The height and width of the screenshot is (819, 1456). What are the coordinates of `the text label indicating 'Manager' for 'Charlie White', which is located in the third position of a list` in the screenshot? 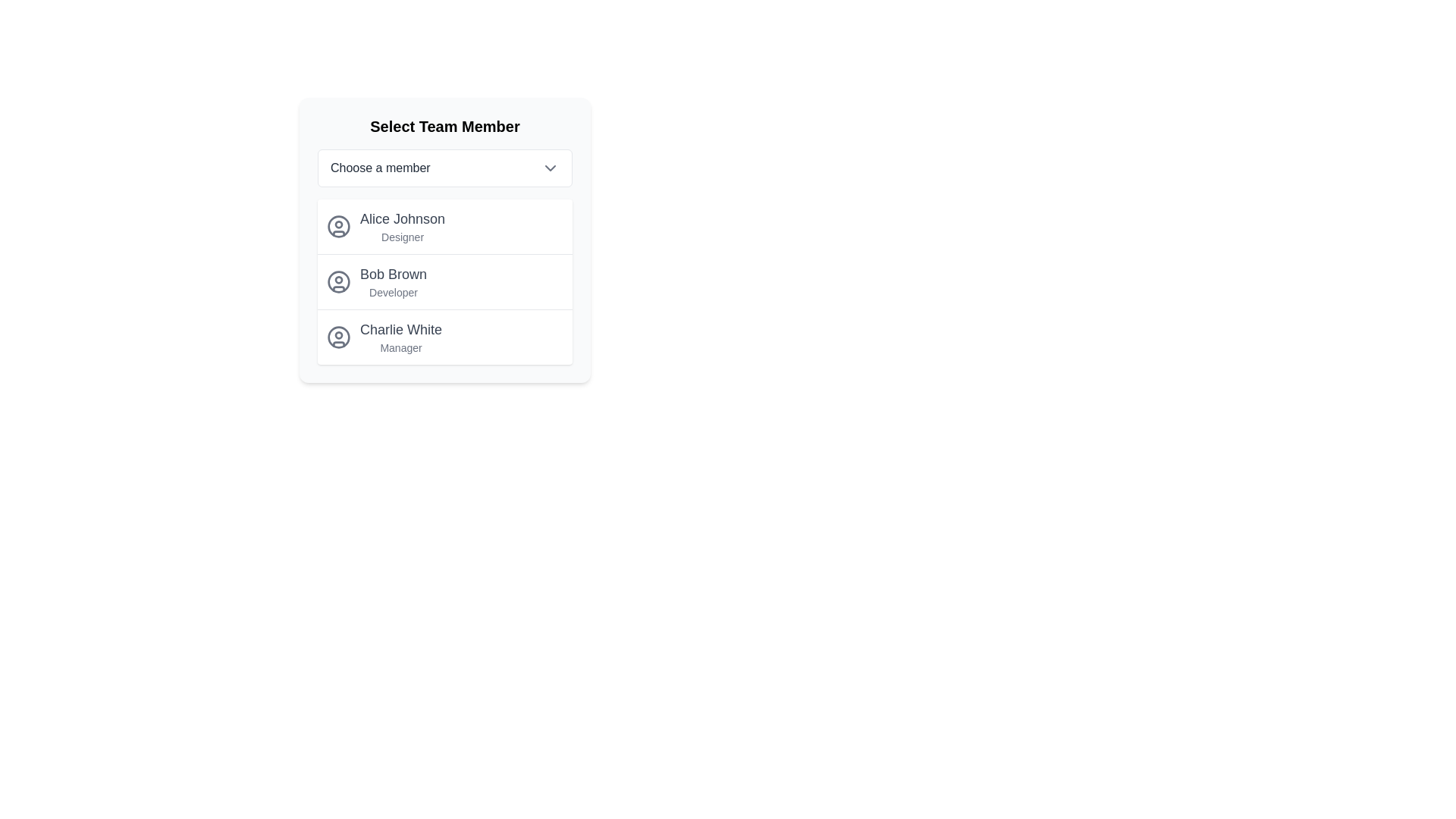 It's located at (400, 348).